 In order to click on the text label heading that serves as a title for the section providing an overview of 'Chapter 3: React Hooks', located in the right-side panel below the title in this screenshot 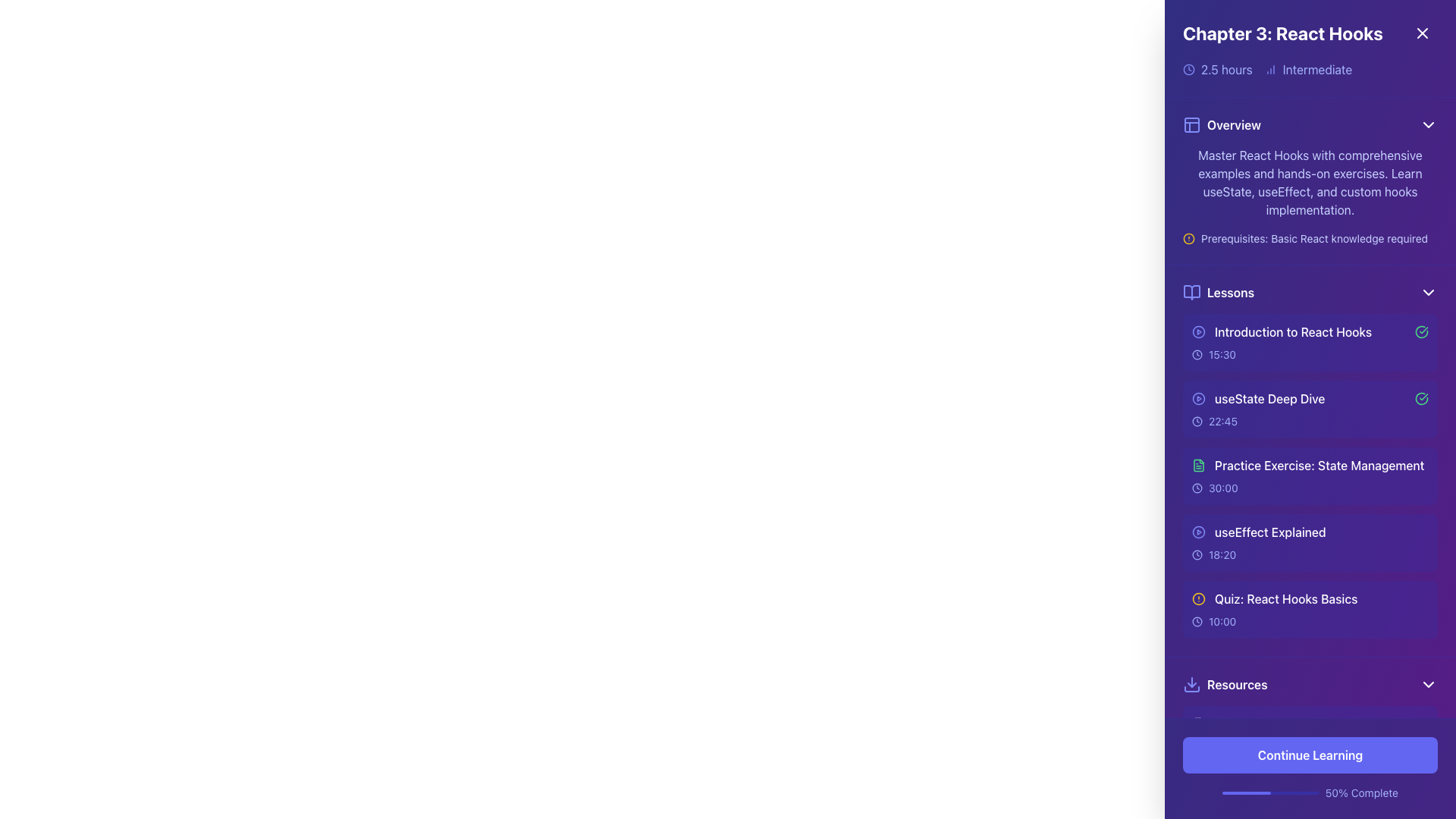, I will do `click(1234, 124)`.